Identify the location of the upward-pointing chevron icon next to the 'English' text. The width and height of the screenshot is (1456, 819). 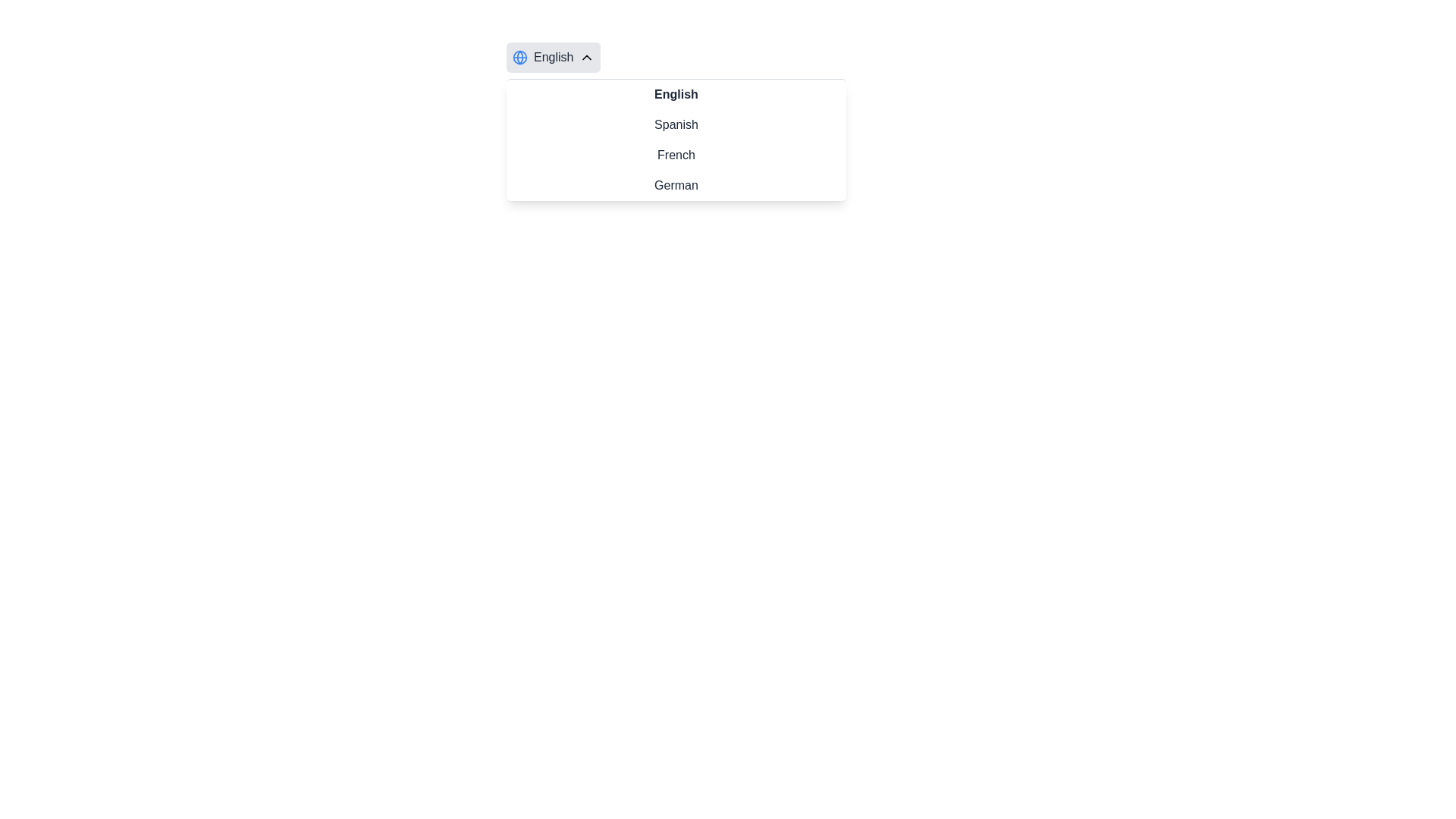
(586, 57).